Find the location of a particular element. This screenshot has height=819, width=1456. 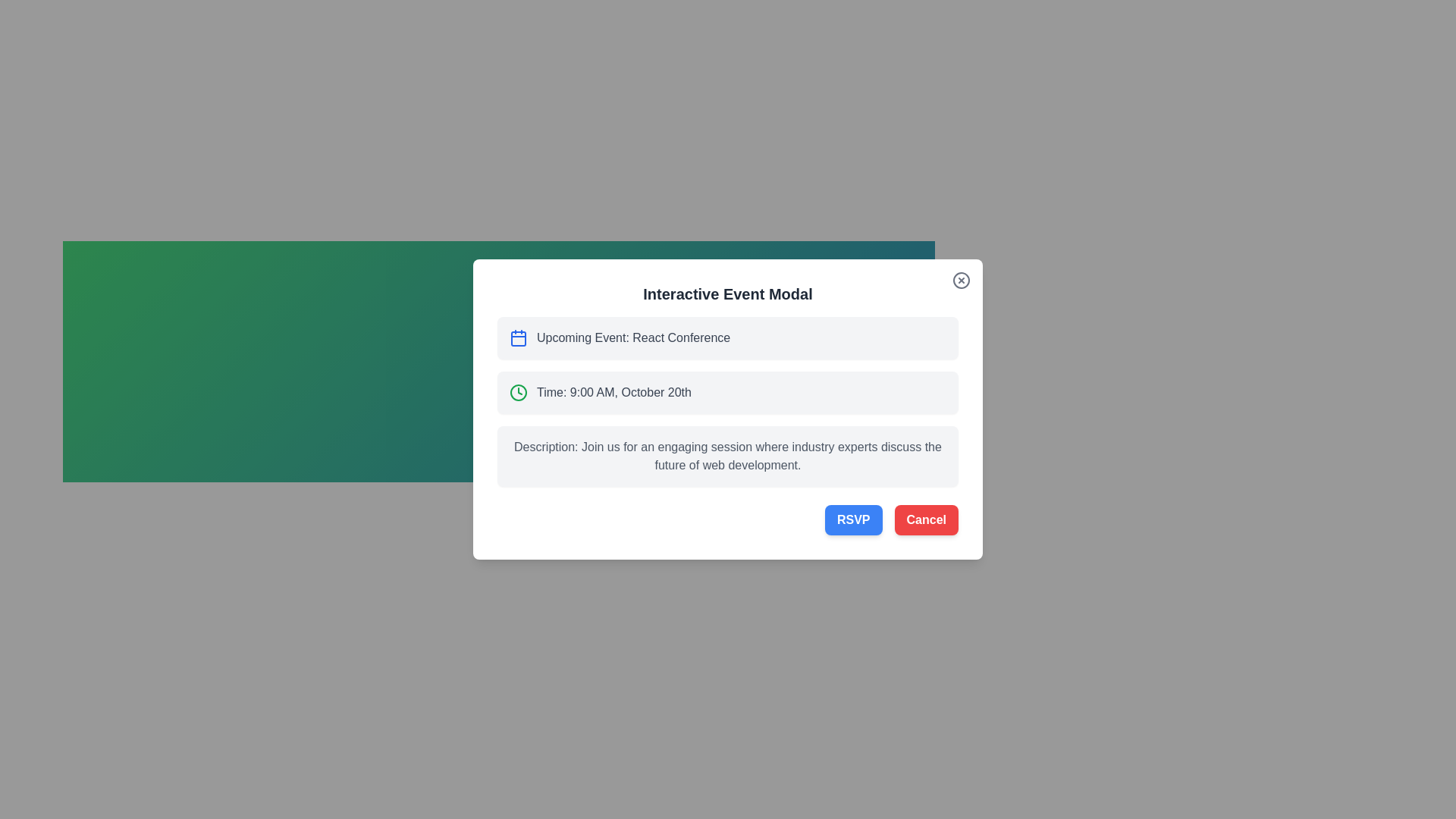

the red 'Cancel' button located in the bottom-right corner of the modal dialog to observe its color change is located at coordinates (925, 519).